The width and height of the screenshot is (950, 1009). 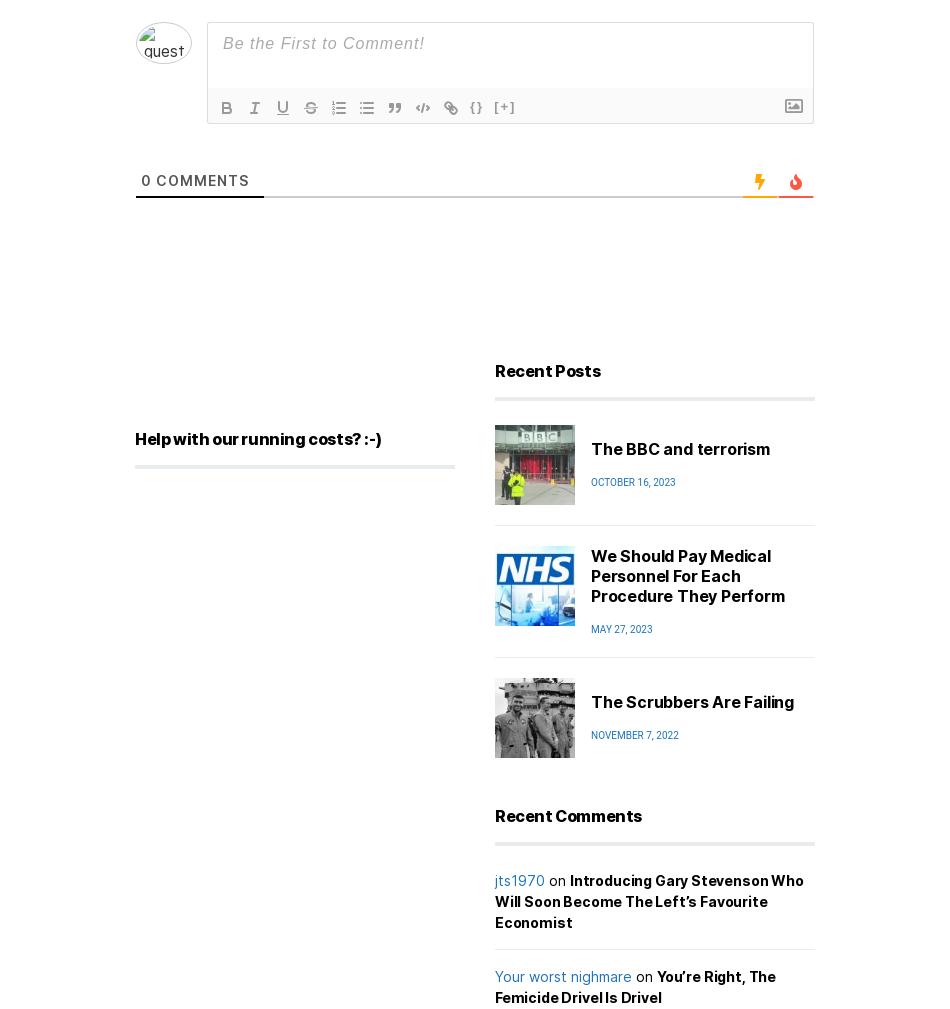 What do you see at coordinates (200, 178) in the screenshot?
I see `'Comments'` at bounding box center [200, 178].